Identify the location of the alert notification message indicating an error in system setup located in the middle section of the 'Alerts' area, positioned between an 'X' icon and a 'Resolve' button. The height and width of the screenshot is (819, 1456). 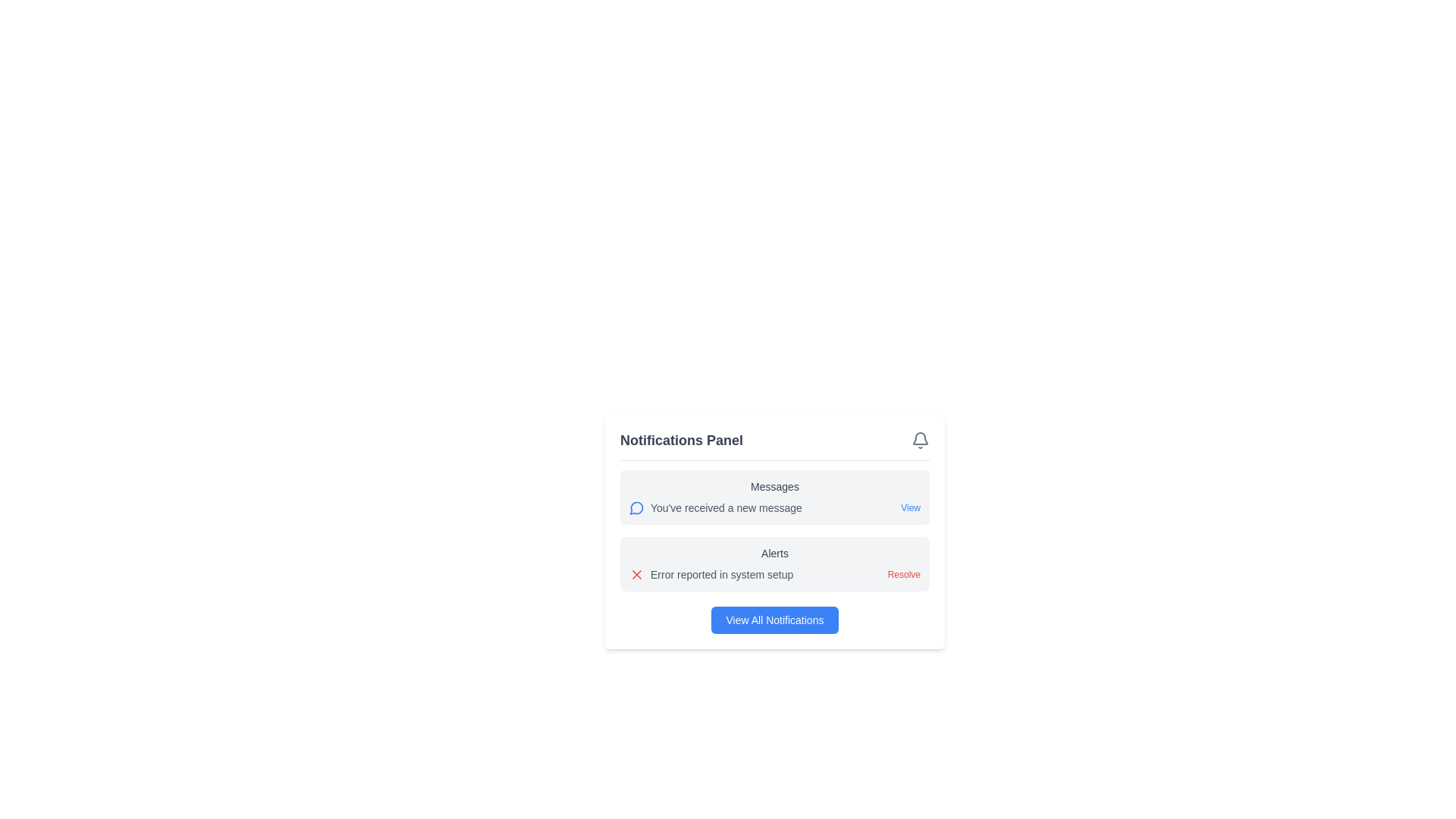
(721, 575).